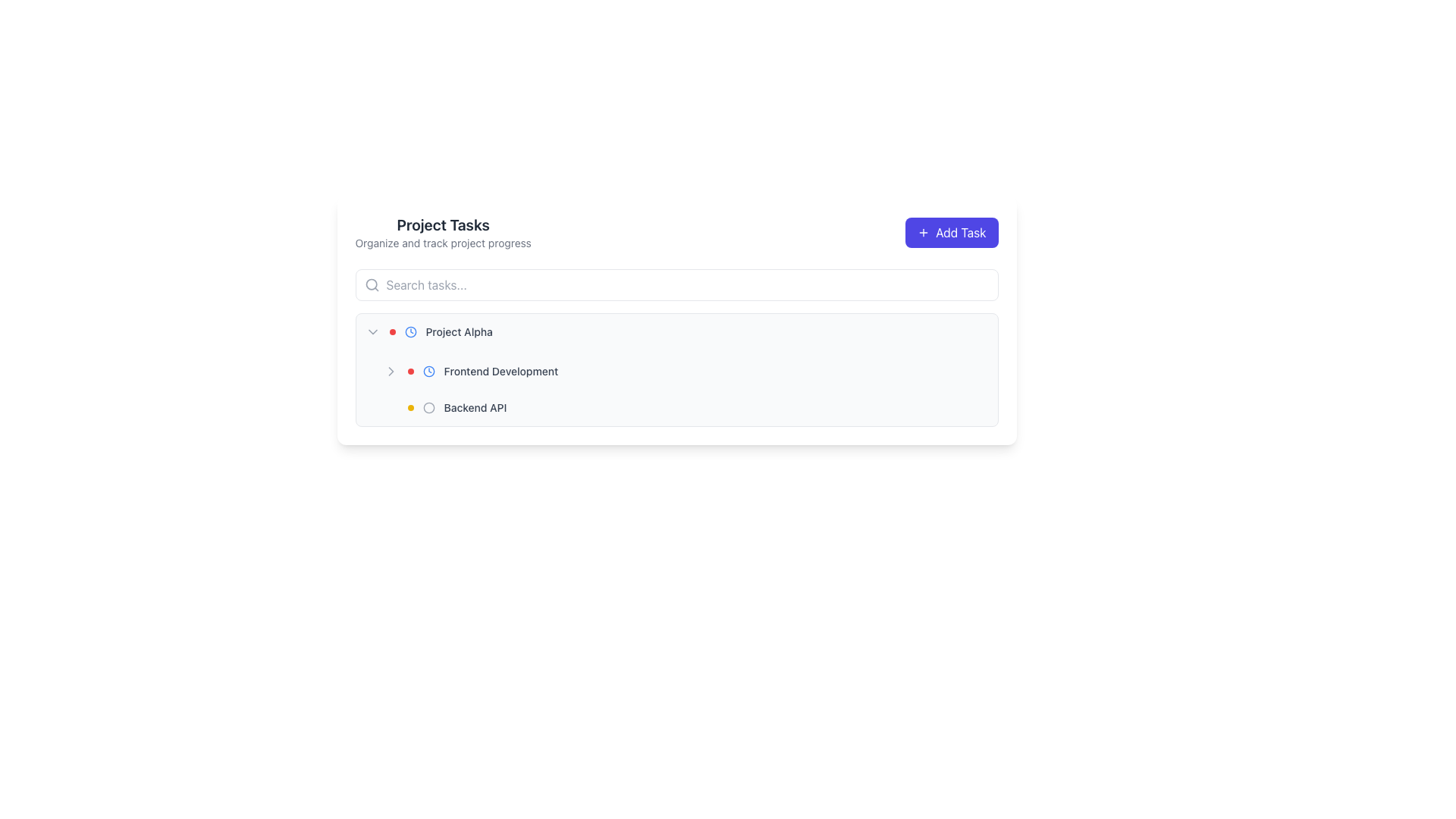 This screenshot has height=819, width=1456. I want to click on the 'Add Task' button to interact with the decorative icon indicating the action of adding a task, so click(923, 233).